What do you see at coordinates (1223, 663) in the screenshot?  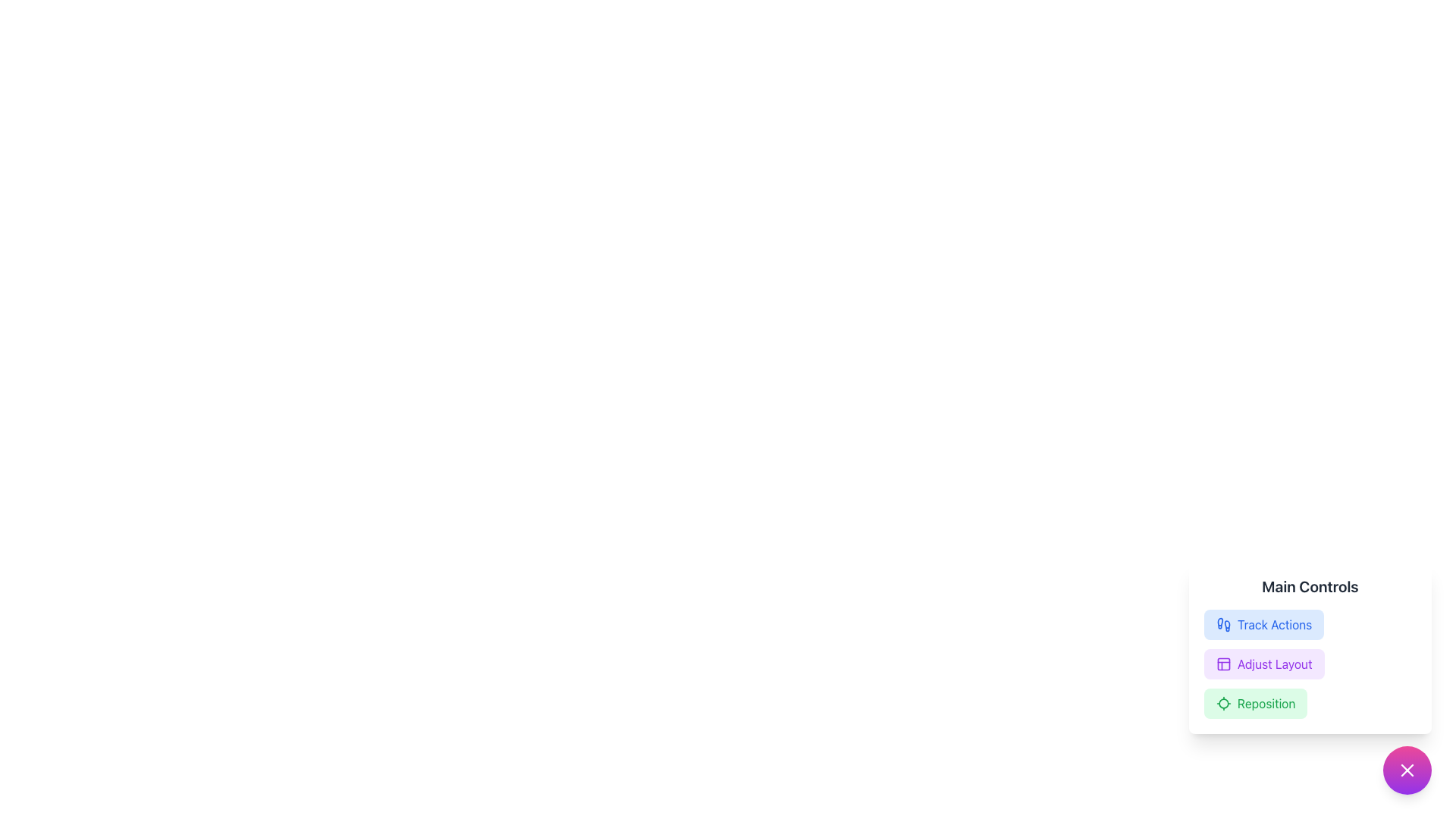 I see `the icon within the 'Adjust Layout' button, which has a purple background and is the second item in the vertical list of controls under the 'Main Controls' group` at bounding box center [1223, 663].